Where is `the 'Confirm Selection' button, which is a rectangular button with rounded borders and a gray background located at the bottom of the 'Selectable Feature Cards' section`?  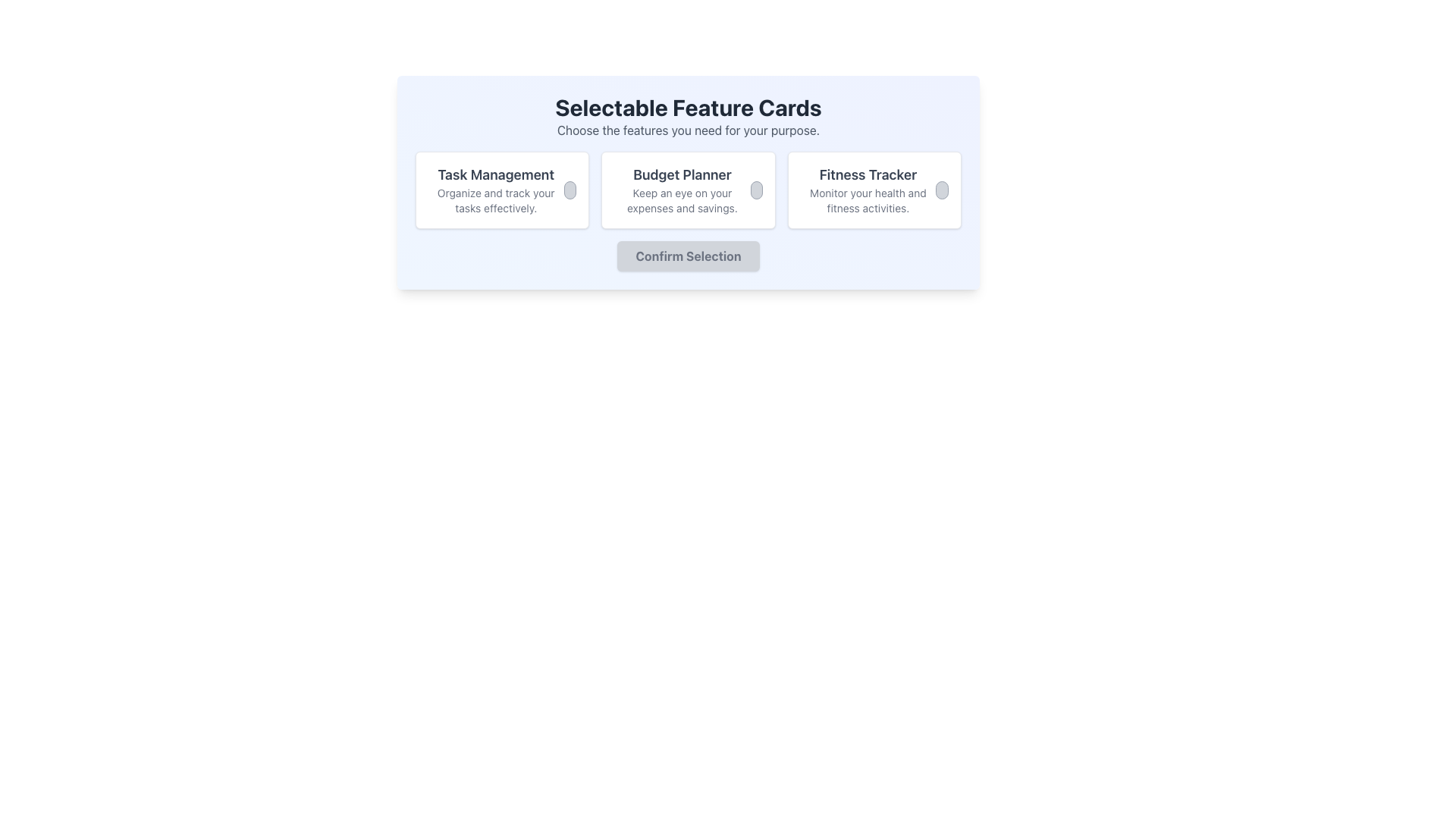
the 'Confirm Selection' button, which is a rectangular button with rounded borders and a gray background located at the bottom of the 'Selectable Feature Cards' section is located at coordinates (687, 256).